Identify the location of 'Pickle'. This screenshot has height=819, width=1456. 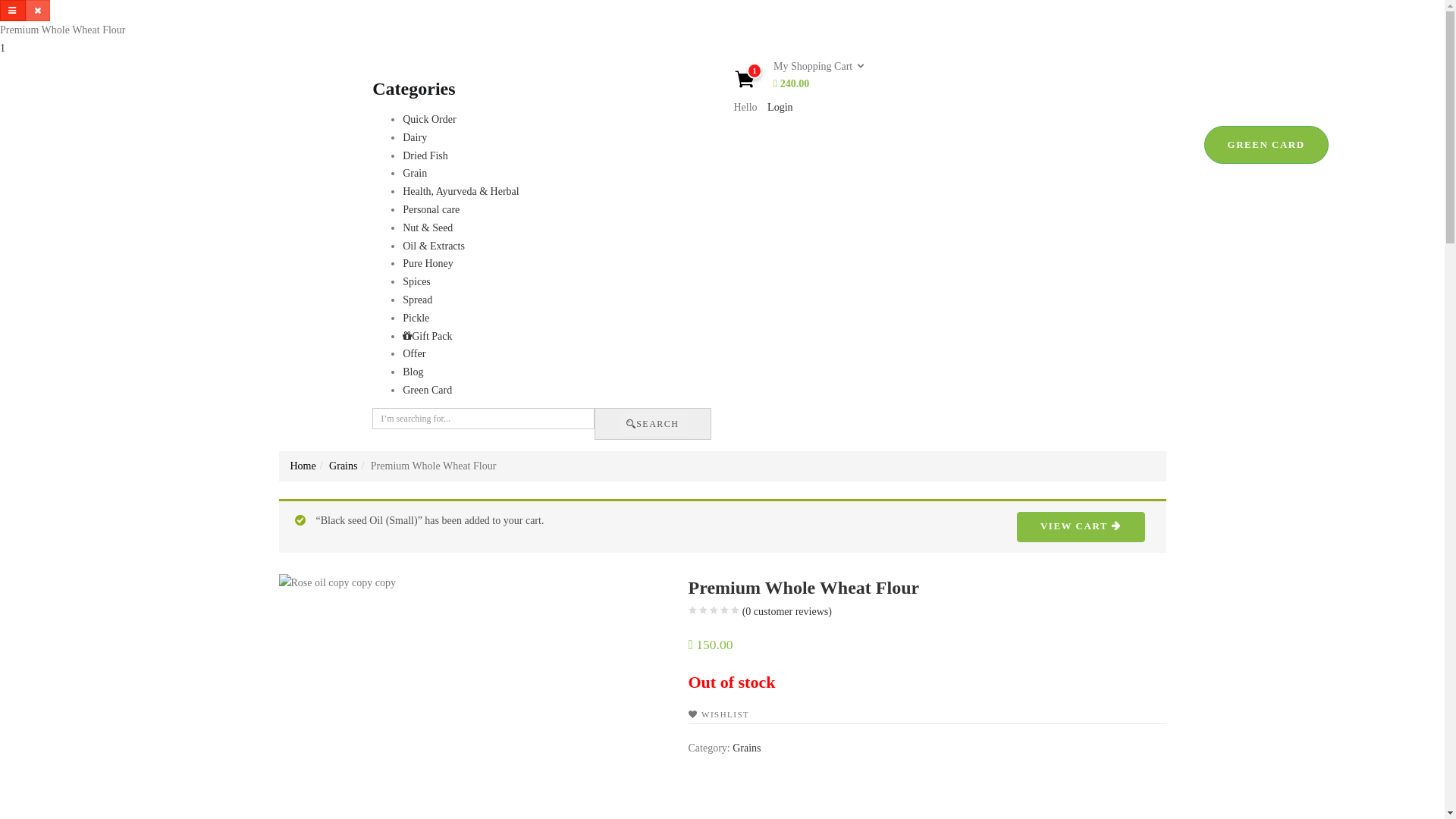
(403, 317).